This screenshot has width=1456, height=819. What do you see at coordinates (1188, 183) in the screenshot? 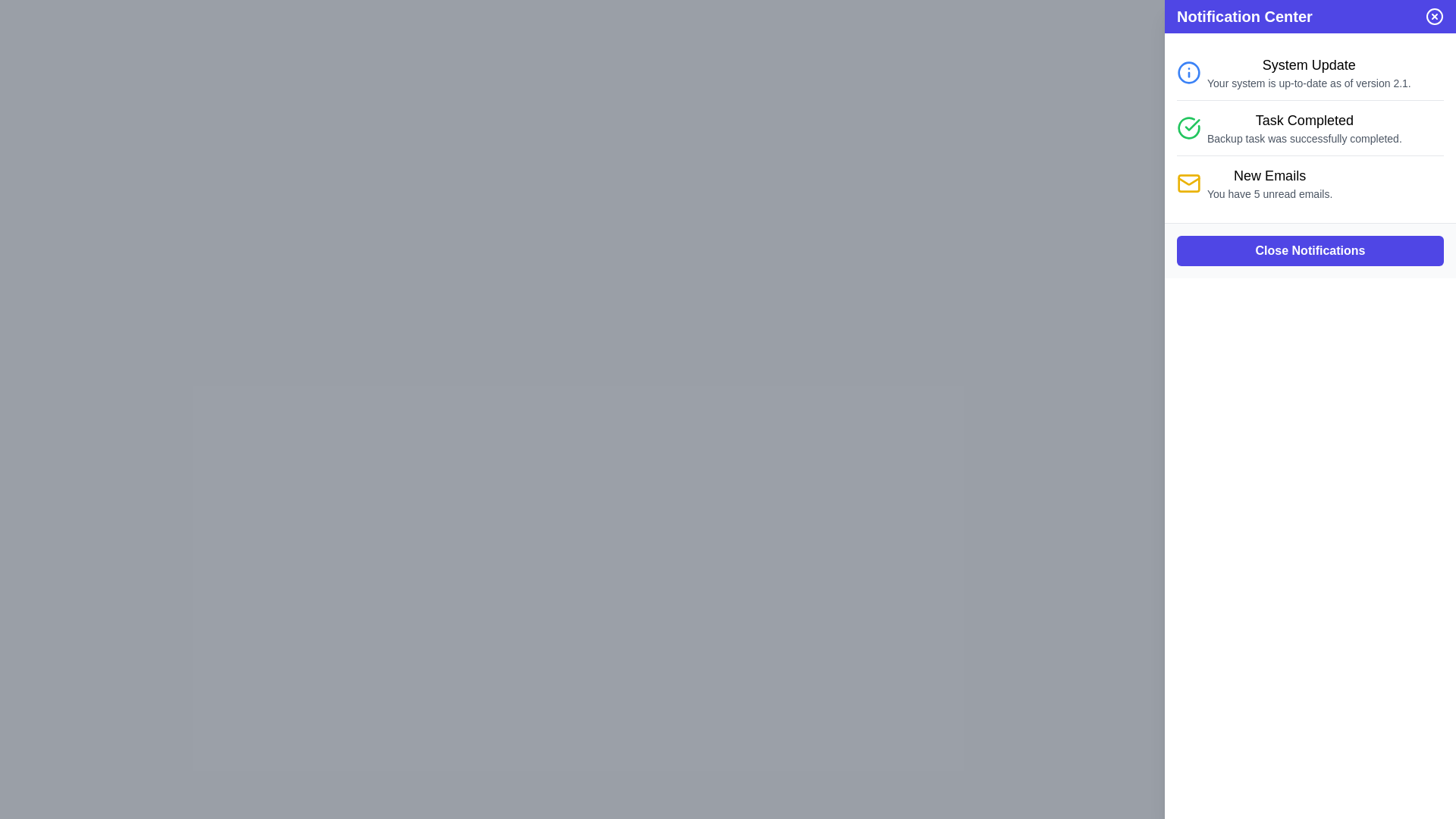
I see `the envelope icon in the Notification Center that indicates 'New Emails' notifications` at bounding box center [1188, 183].